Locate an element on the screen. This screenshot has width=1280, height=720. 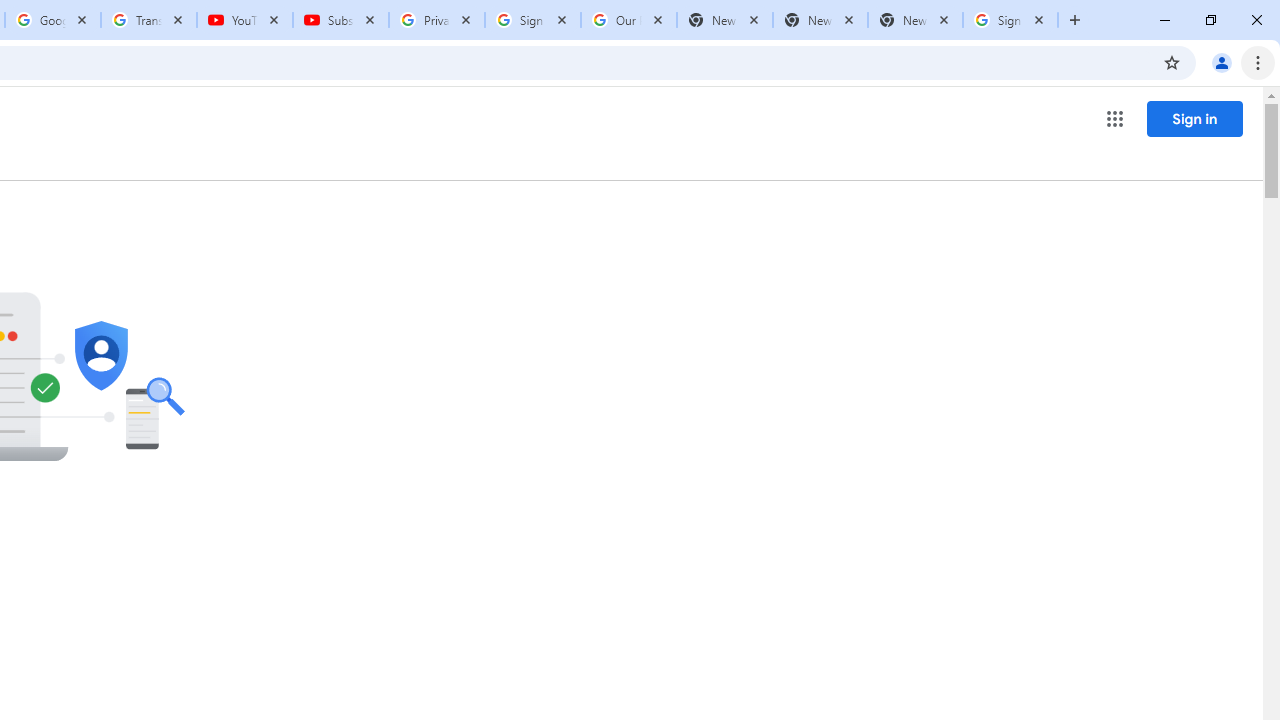
'Chrome' is located at coordinates (1259, 61).